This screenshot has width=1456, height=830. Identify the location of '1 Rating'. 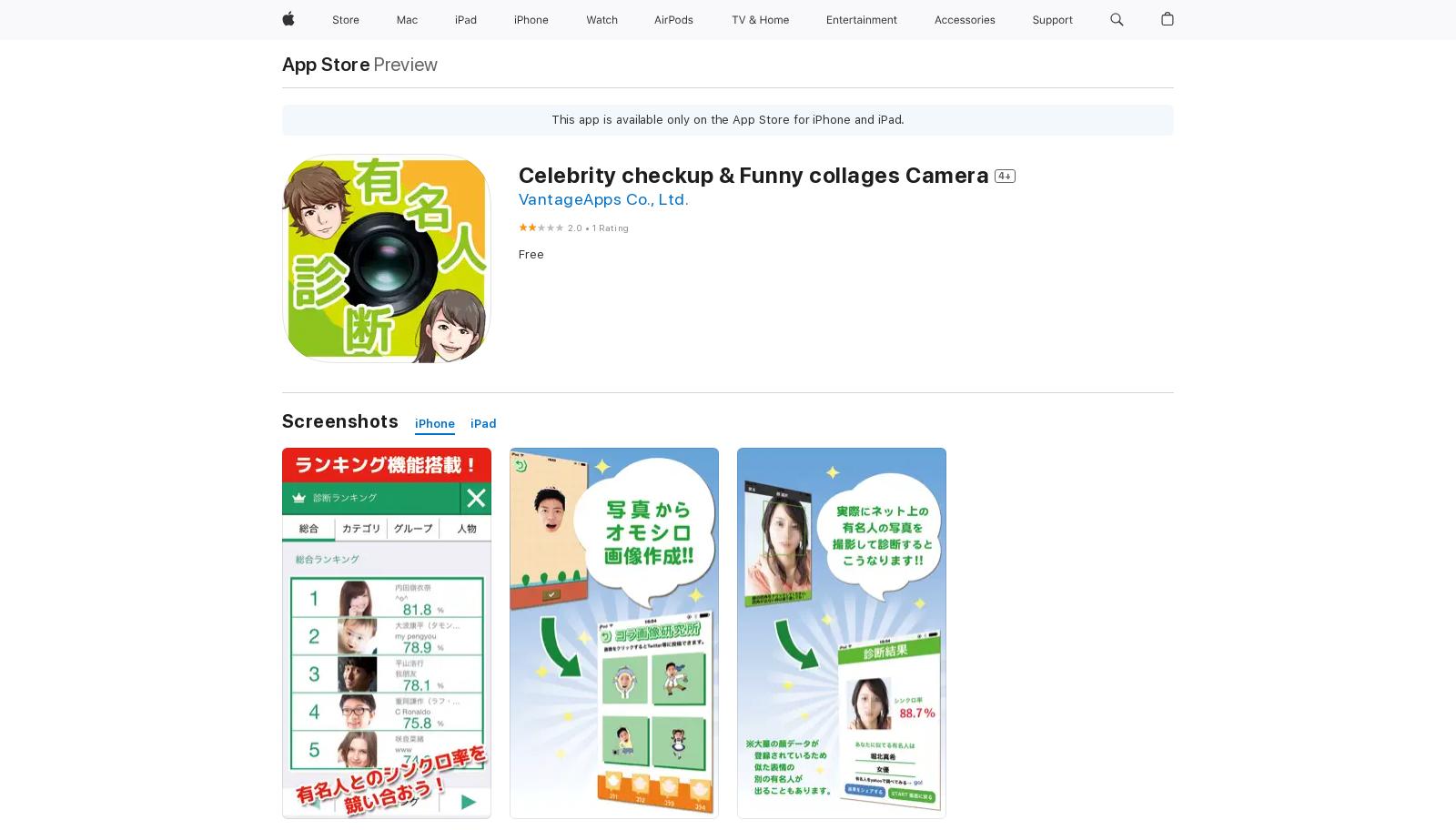
(610, 227).